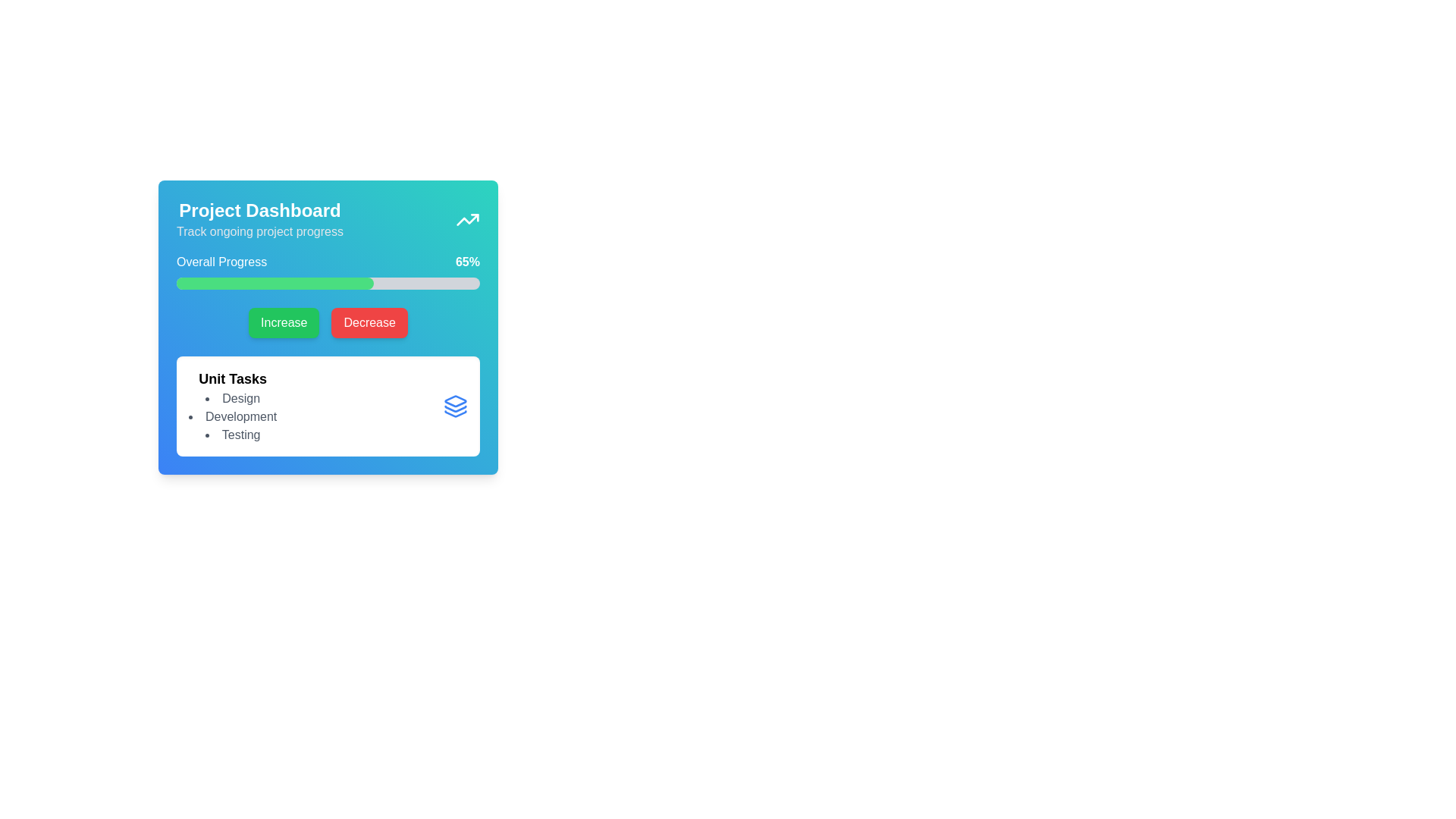 The height and width of the screenshot is (819, 1456). What do you see at coordinates (467, 219) in the screenshot?
I see `the white upward trending arrow icon located in the top-right corner of the 'Project Dashboard' card` at bounding box center [467, 219].